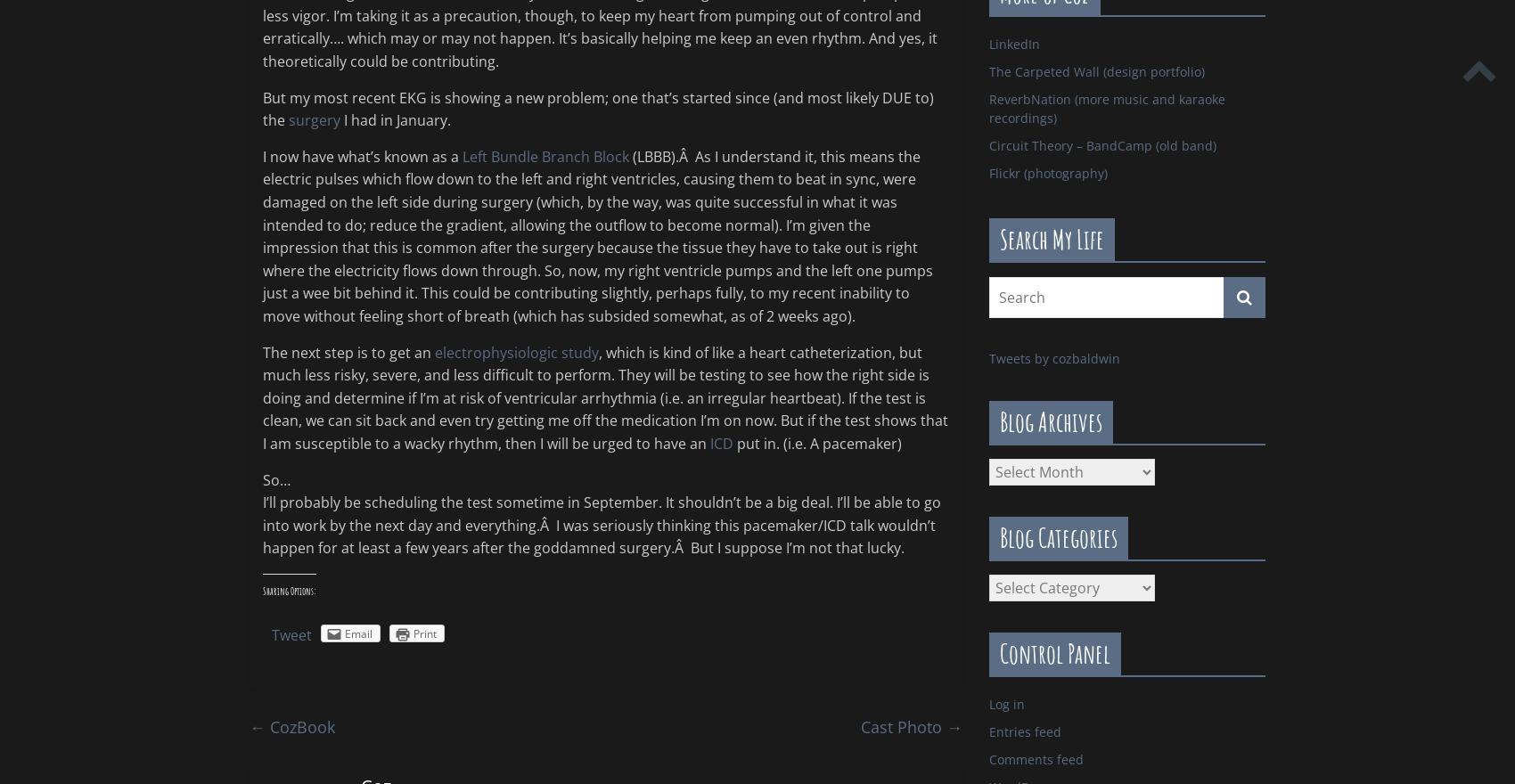  I want to click on 'But my most recent EKG is showing a new problem; one that’s started since (and most likely DUE to) the', so click(598, 108).